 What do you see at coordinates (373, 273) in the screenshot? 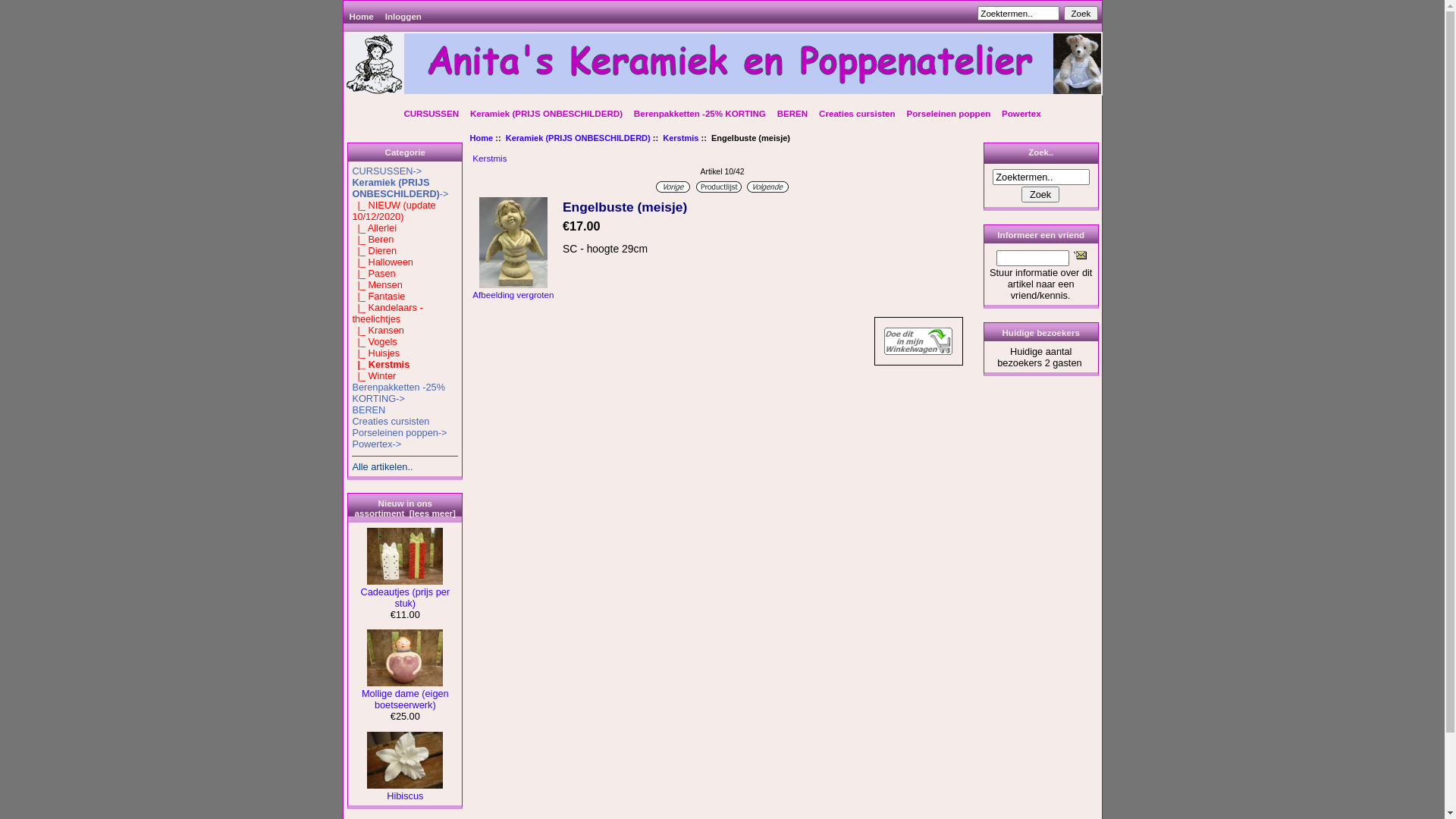
I see `'  |_ Pasen'` at bounding box center [373, 273].